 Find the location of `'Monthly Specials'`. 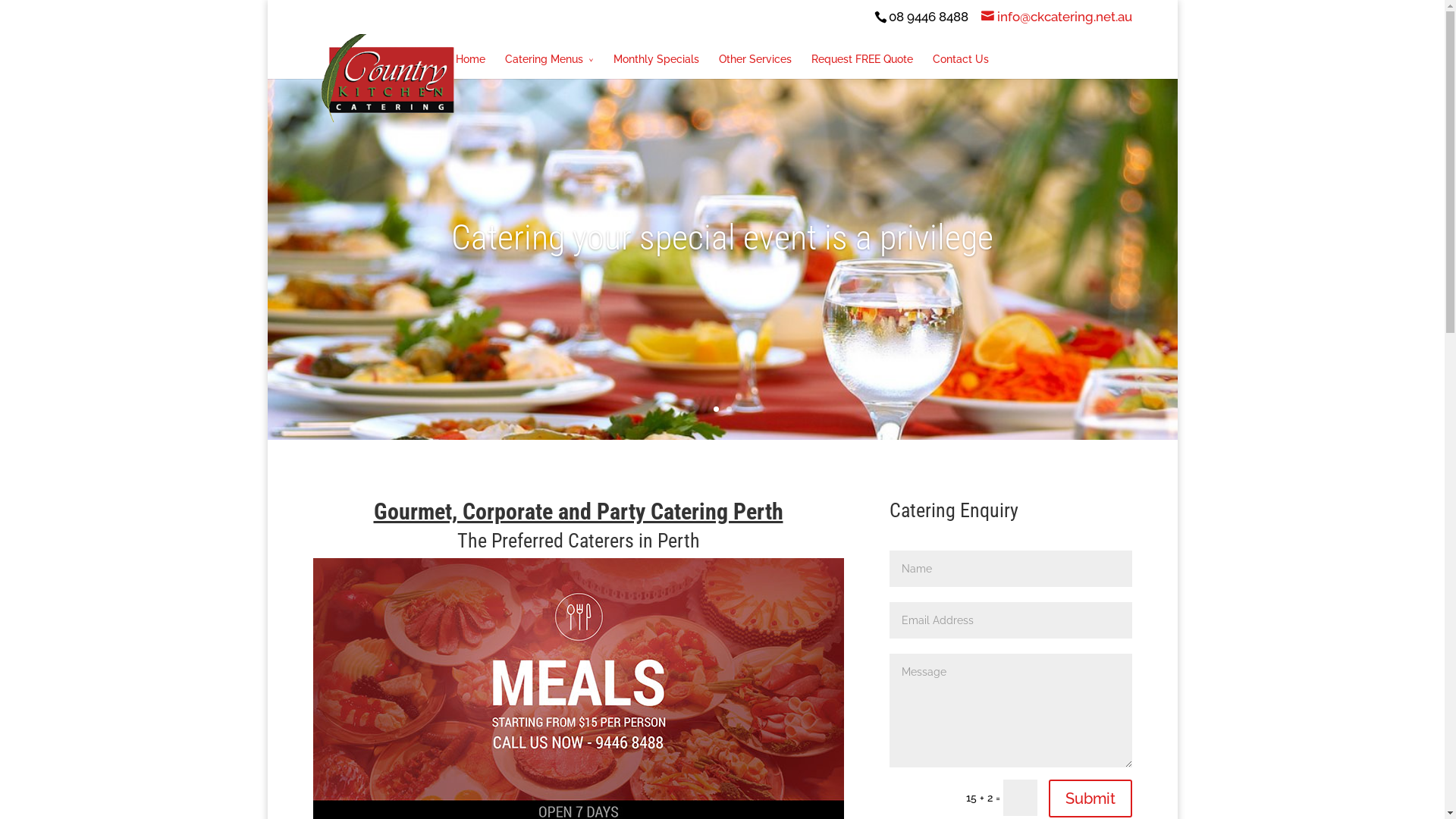

'Monthly Specials' is located at coordinates (656, 64).